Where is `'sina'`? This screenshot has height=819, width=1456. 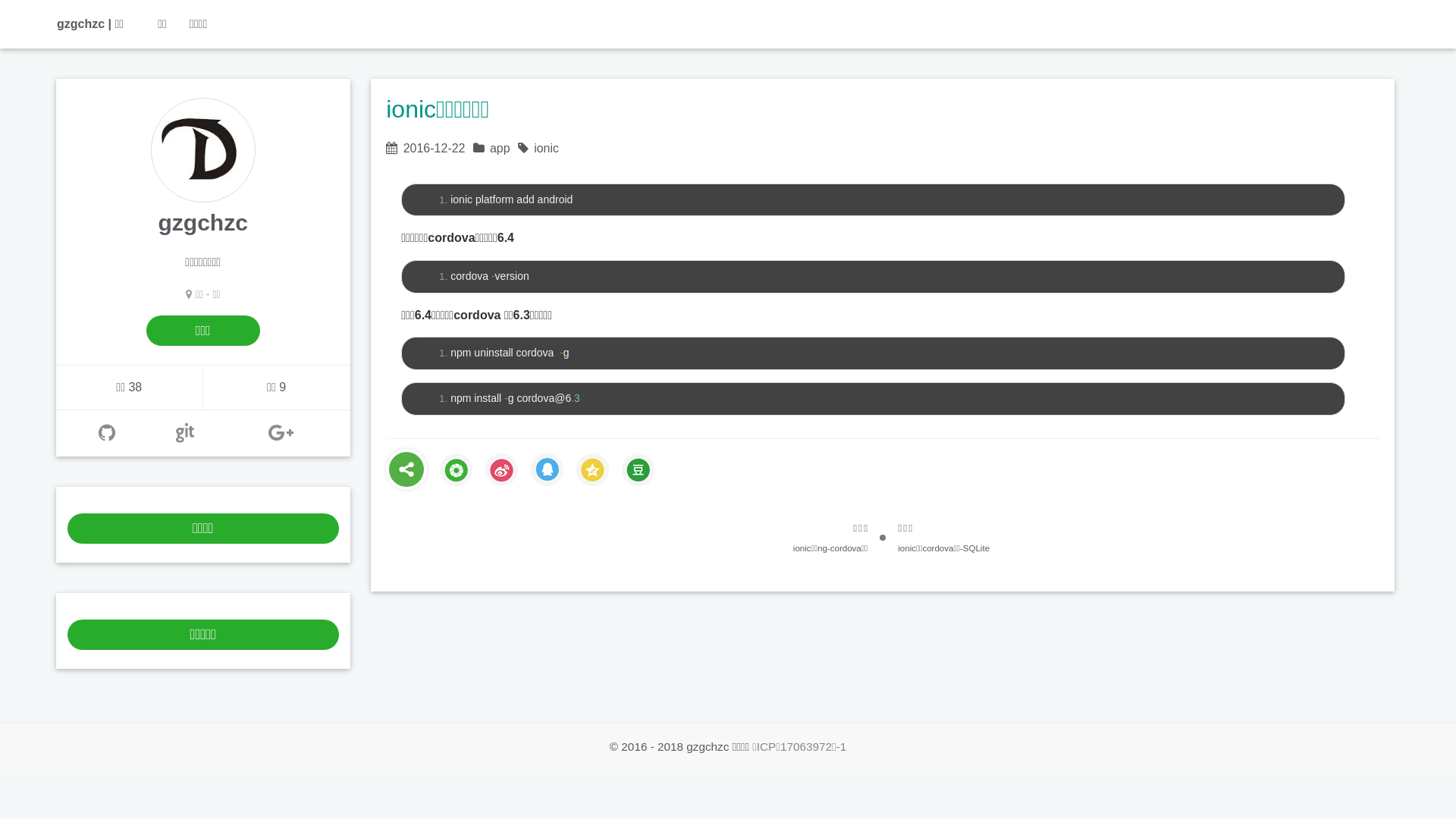 'sina' is located at coordinates (484, 469).